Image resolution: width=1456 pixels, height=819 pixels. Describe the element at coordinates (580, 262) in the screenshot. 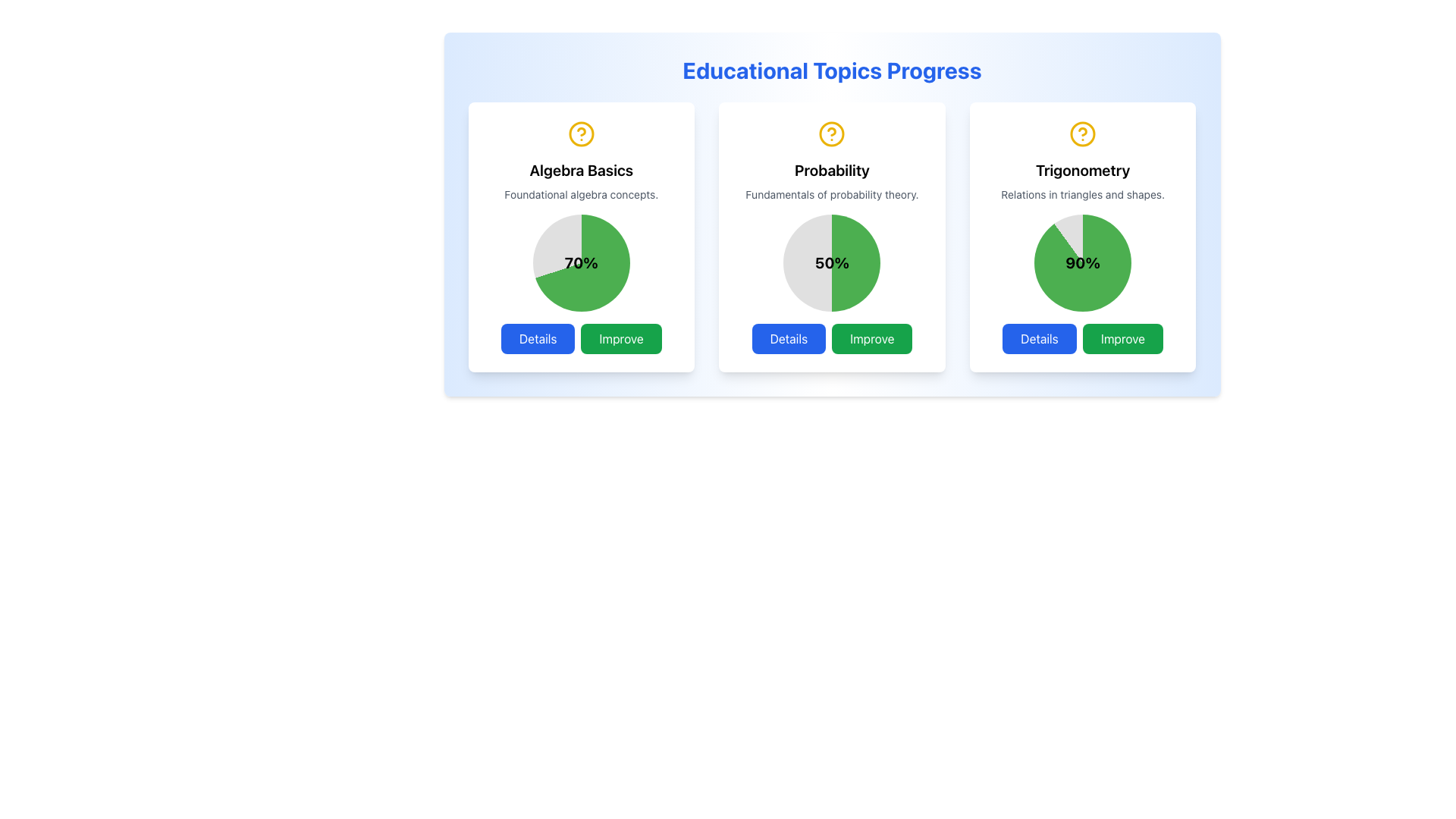

I see `the Circular Progress Indicator within the 'Algebra Basics' card, which visually represents the completion percentage` at that location.